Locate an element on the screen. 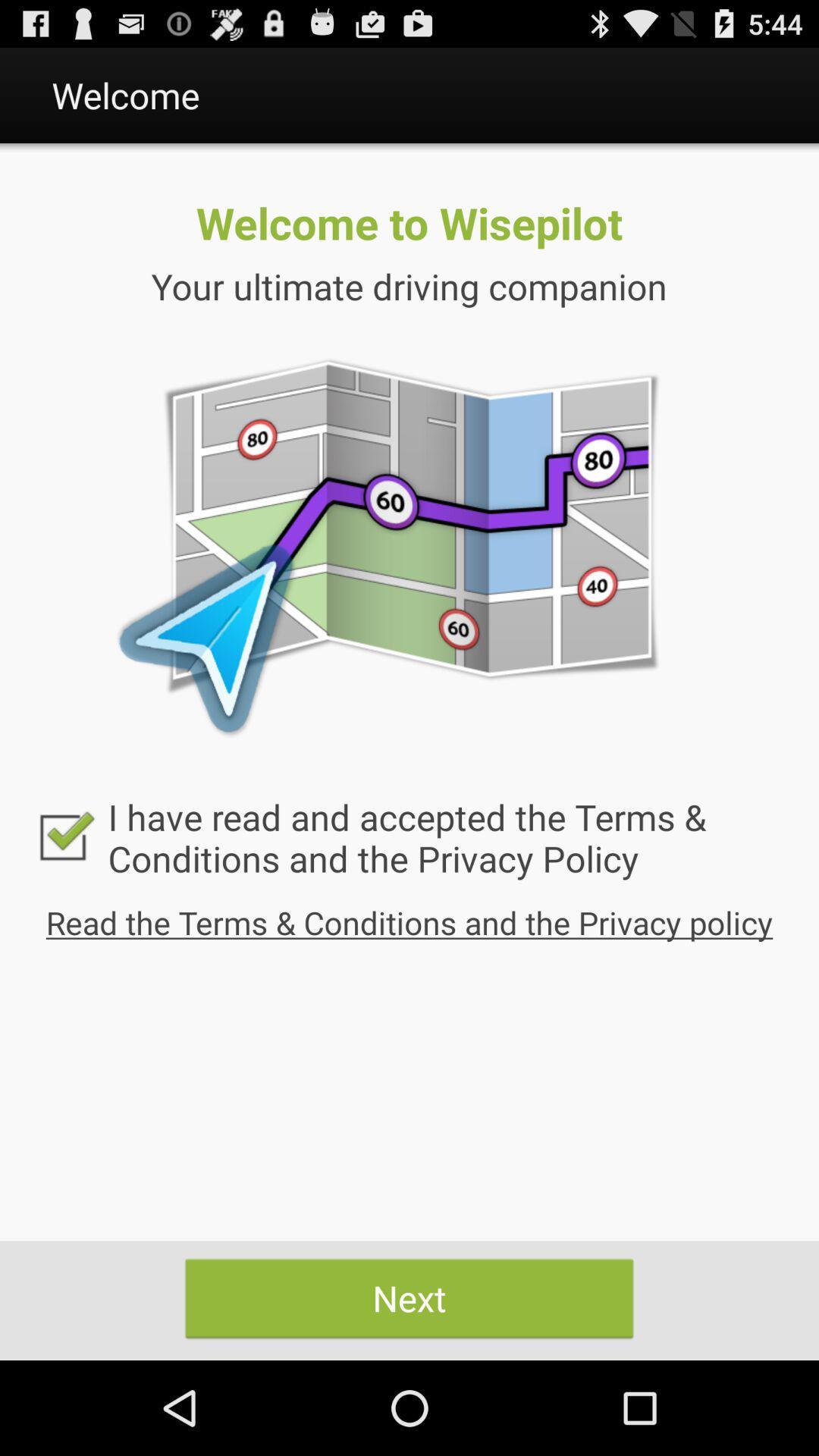  i have read icon is located at coordinates (409, 836).